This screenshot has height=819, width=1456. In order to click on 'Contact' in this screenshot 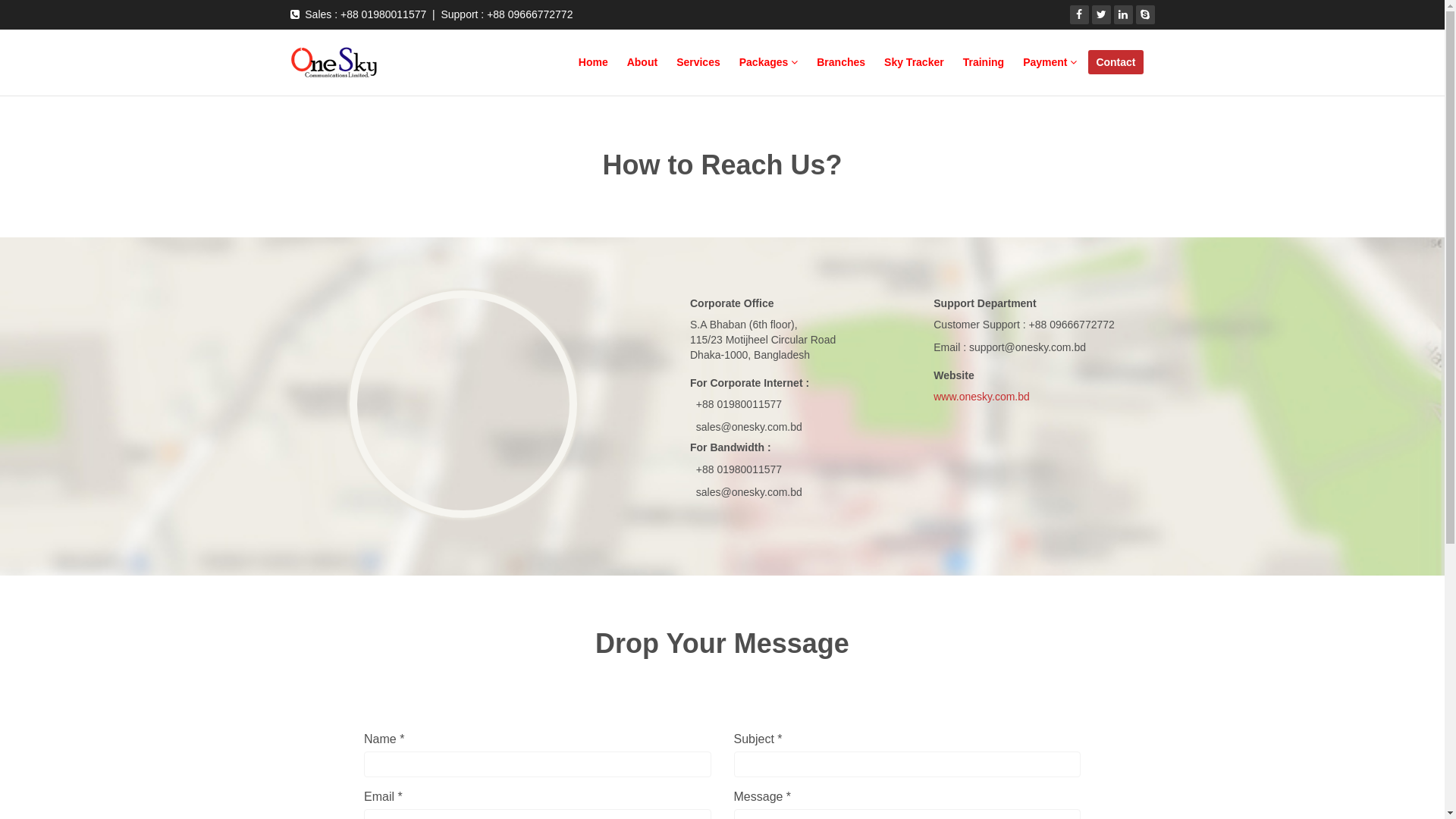, I will do `click(1115, 61)`.